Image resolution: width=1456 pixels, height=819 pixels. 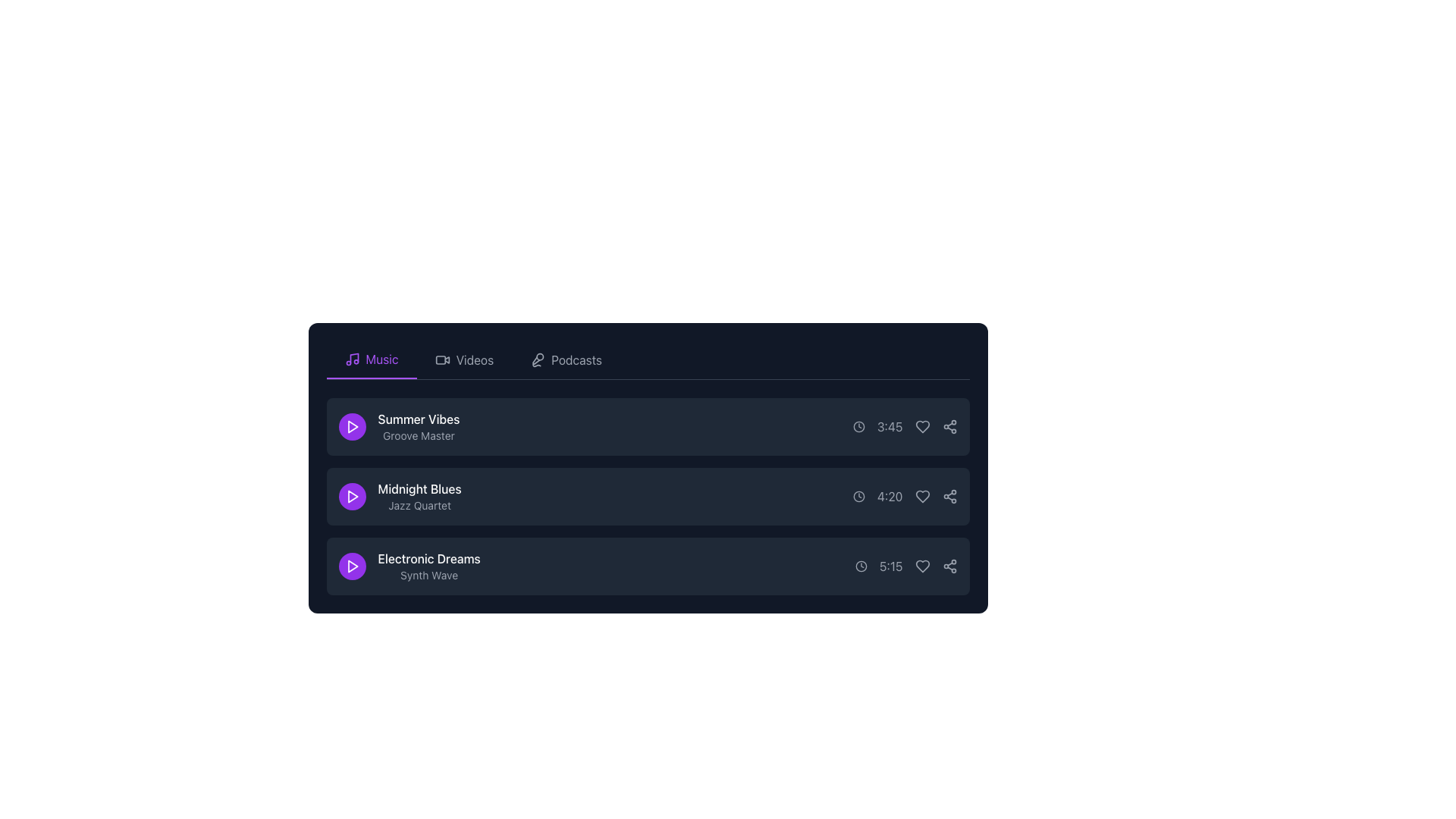 I want to click on the Podcasts icon located in the top navigation bar, positioned leftward of the 'Podcasts' text label, serving as a visual aid for the menu item, so click(x=538, y=359).